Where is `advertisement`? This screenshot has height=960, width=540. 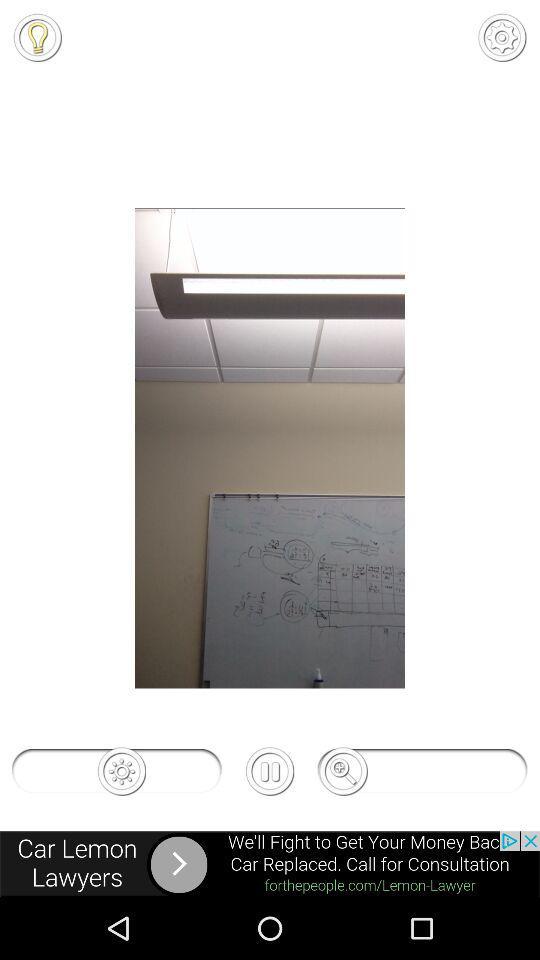 advertisement is located at coordinates (270, 863).